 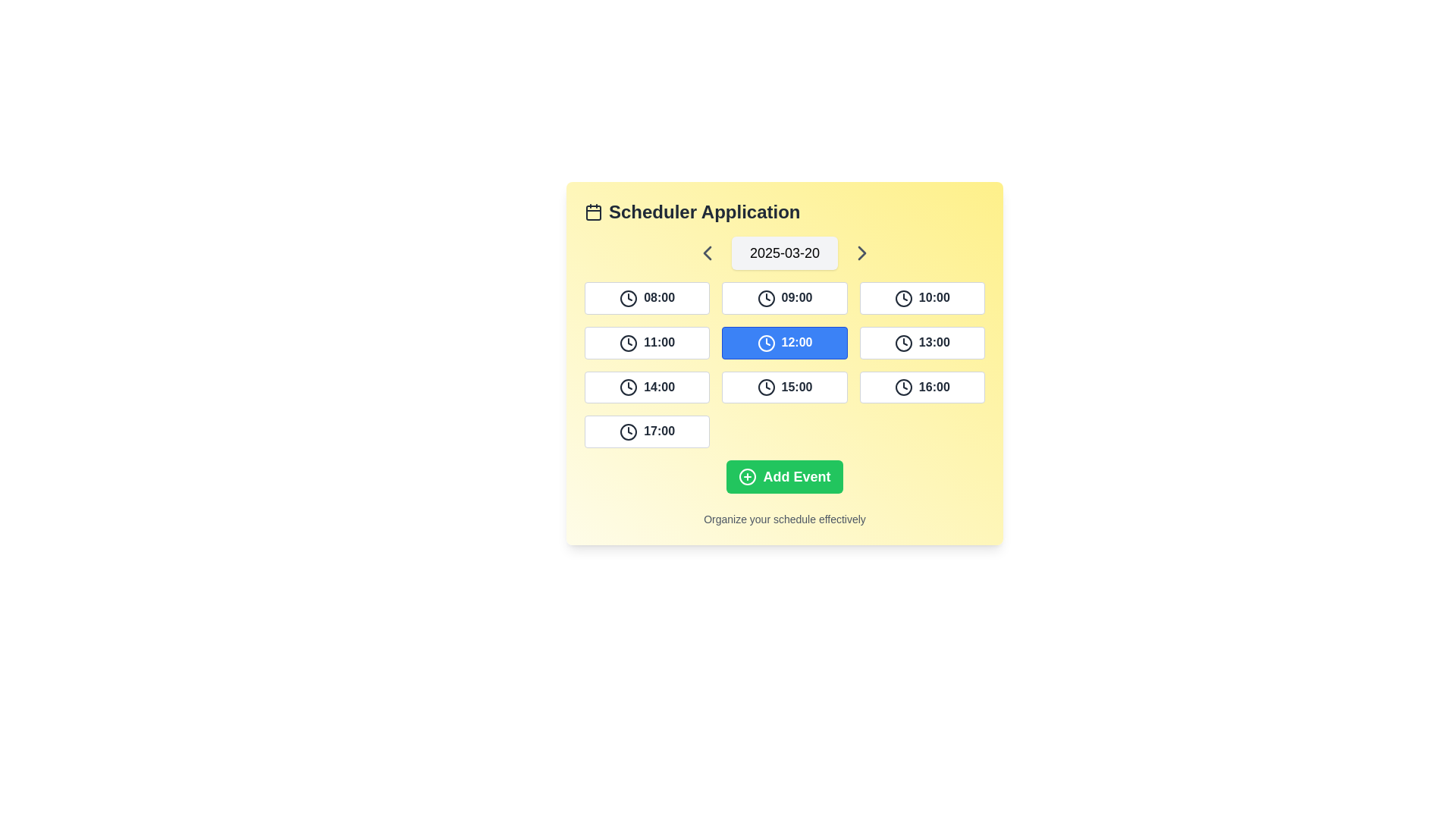 I want to click on the left-facing chevron button located to the left of the date display '2025-03-20' in the navigation interface, so click(x=706, y=253).